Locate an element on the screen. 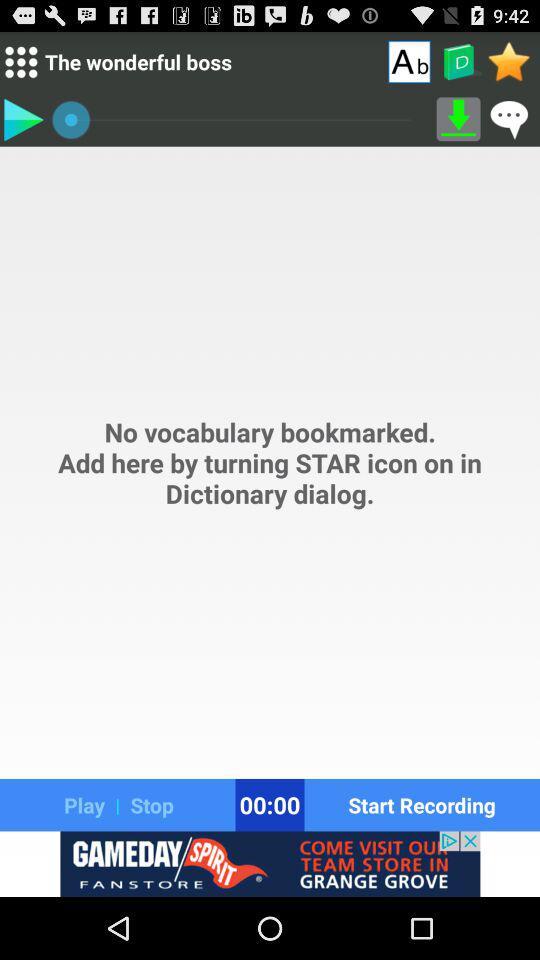  the chat icon is located at coordinates (509, 126).